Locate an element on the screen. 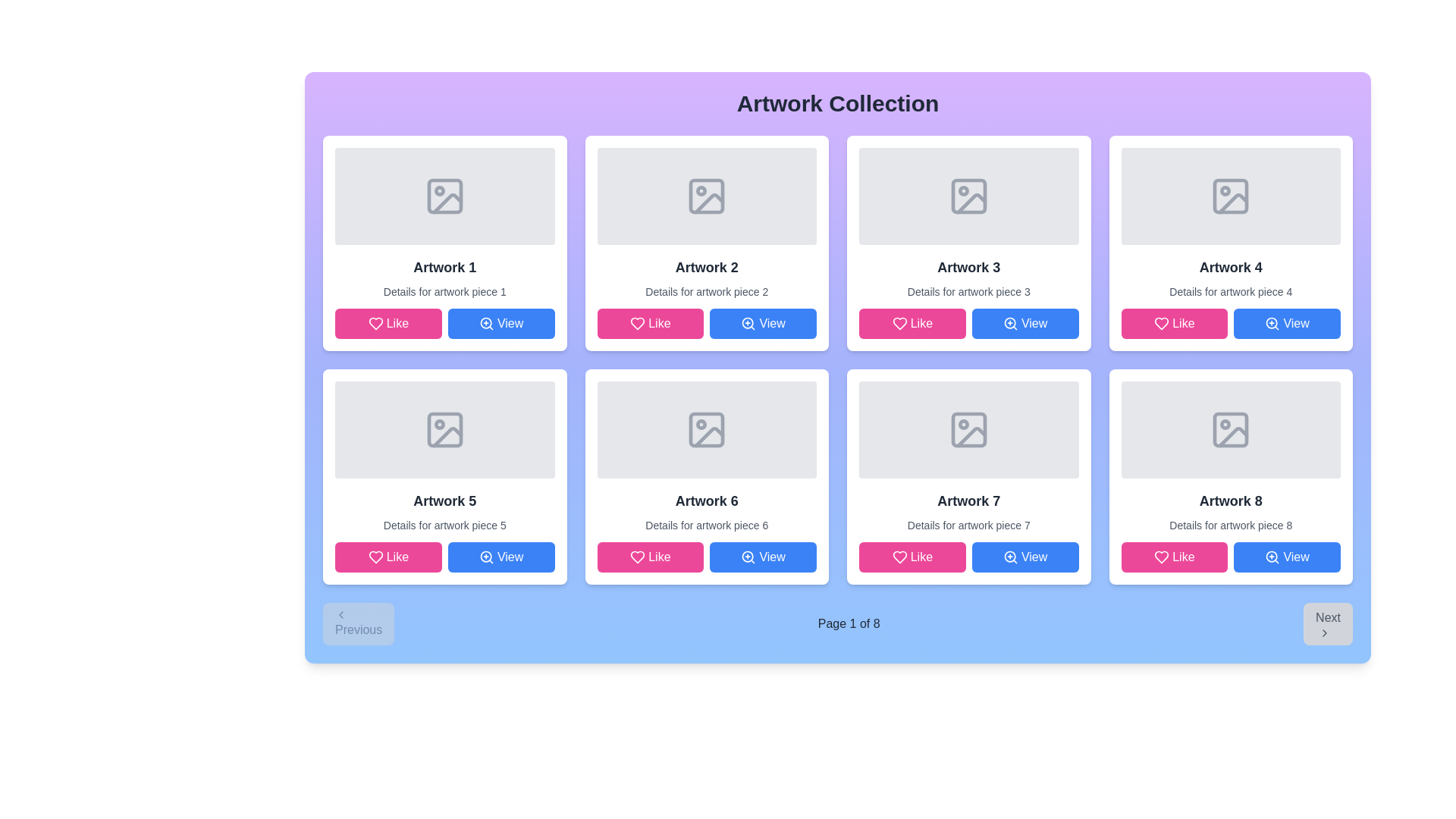  the 'Like' icon which indicates user engagement, located in the first row, third column of the card layout, to the left of the 'Like' caption is located at coordinates (899, 323).